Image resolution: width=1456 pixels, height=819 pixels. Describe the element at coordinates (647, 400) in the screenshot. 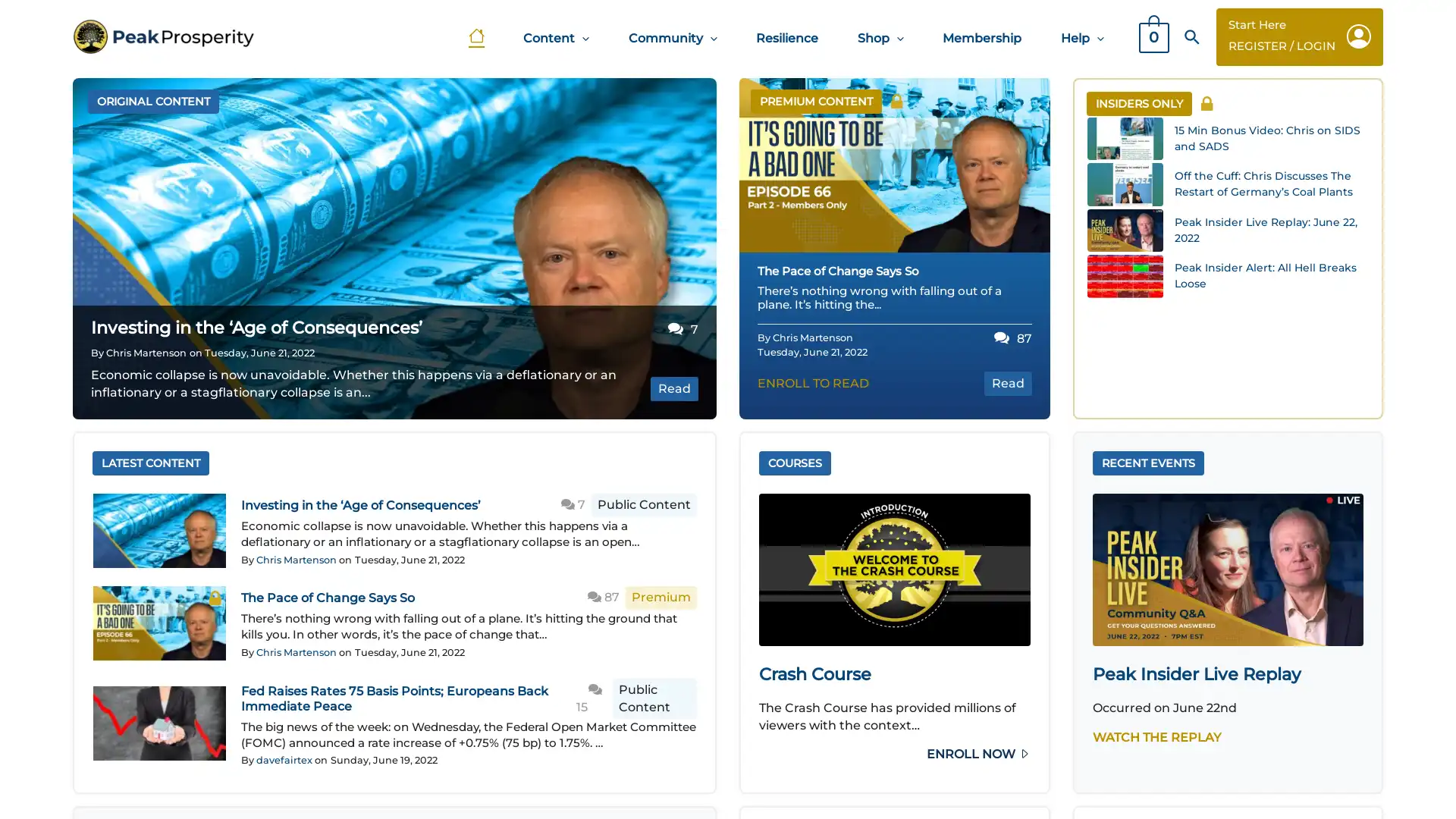

I see `Log In` at that location.